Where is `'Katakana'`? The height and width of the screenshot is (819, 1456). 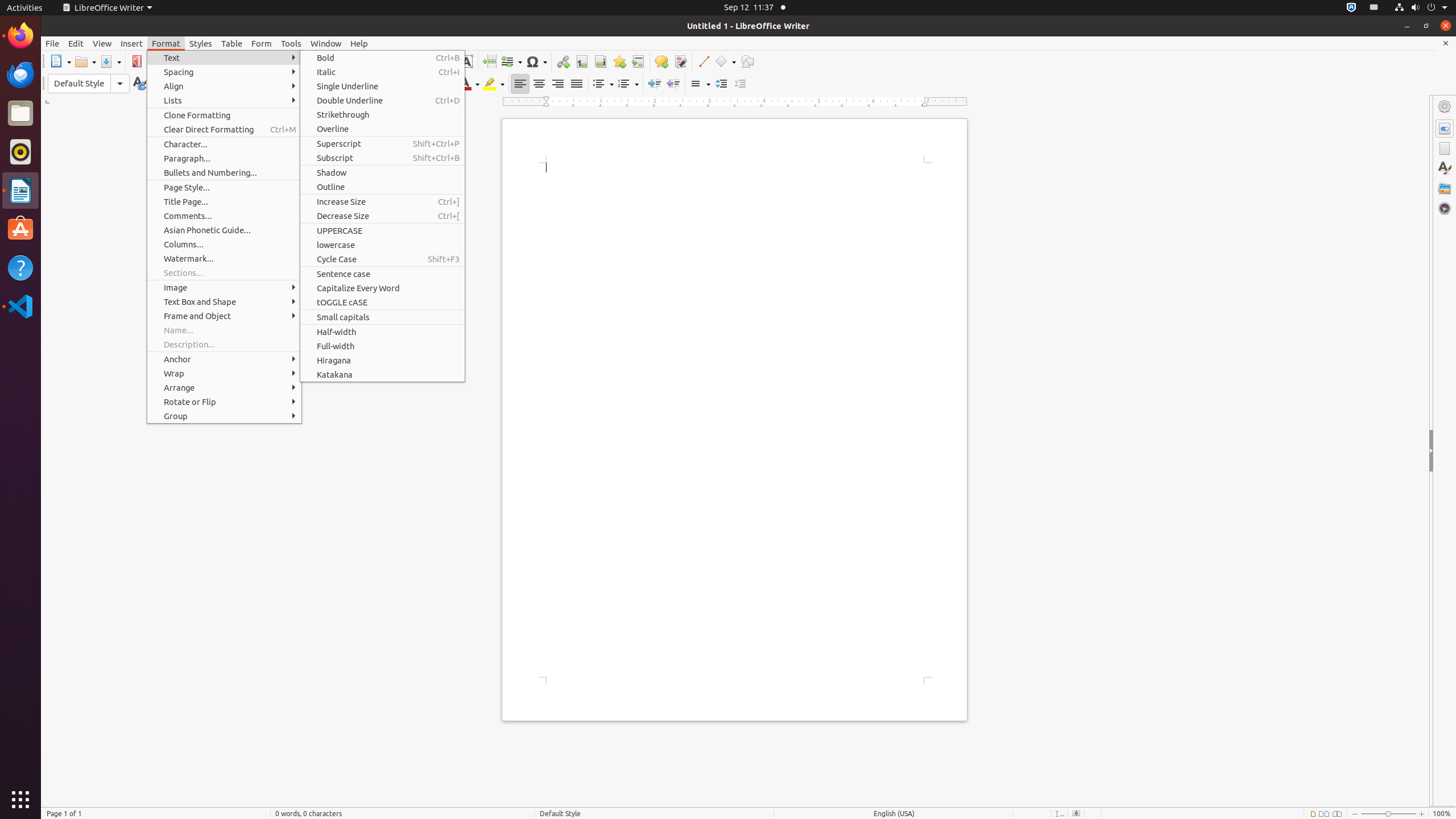
'Katakana' is located at coordinates (382, 374).